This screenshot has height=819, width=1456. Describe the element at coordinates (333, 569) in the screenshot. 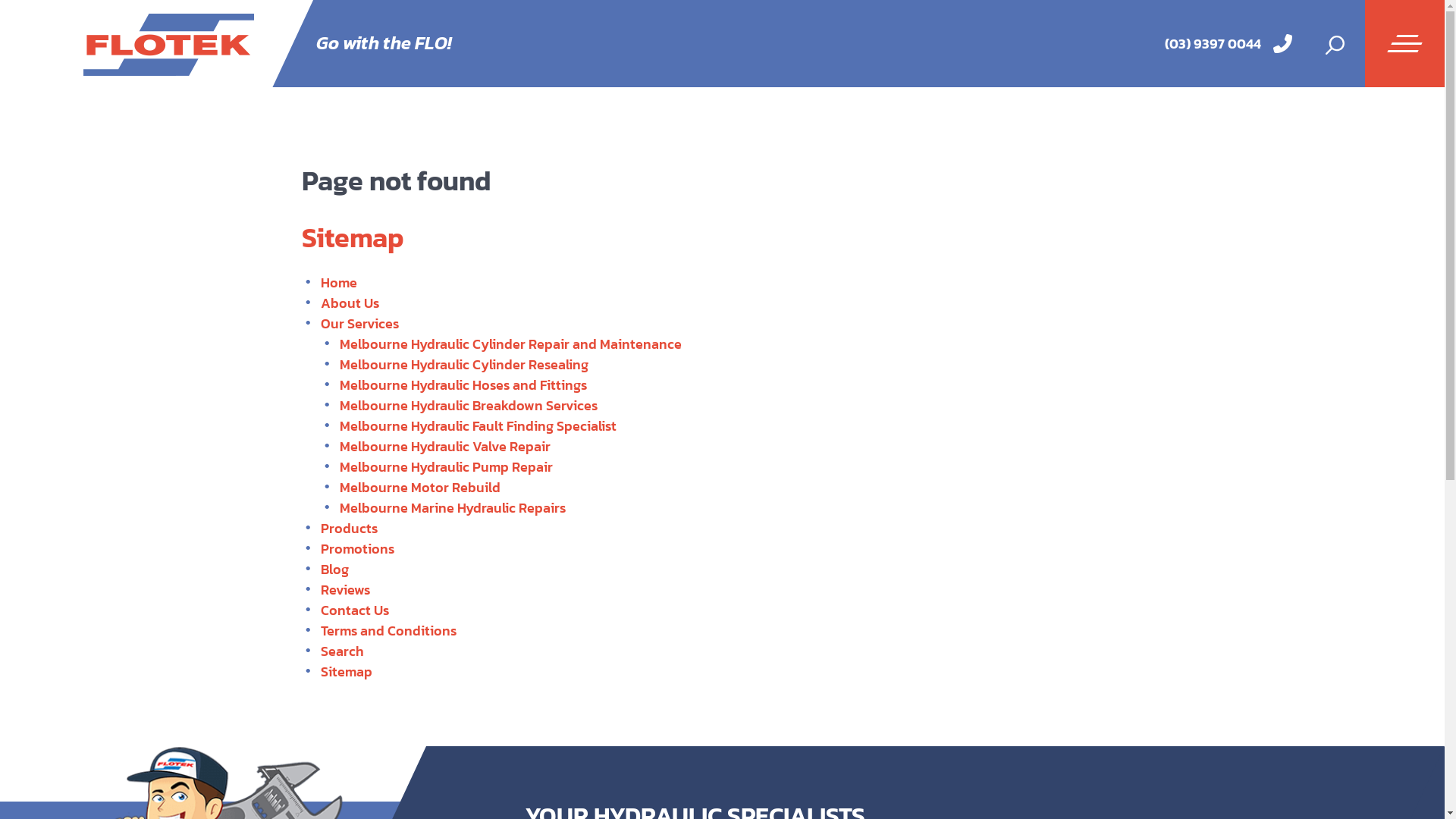

I see `'Blog'` at that location.